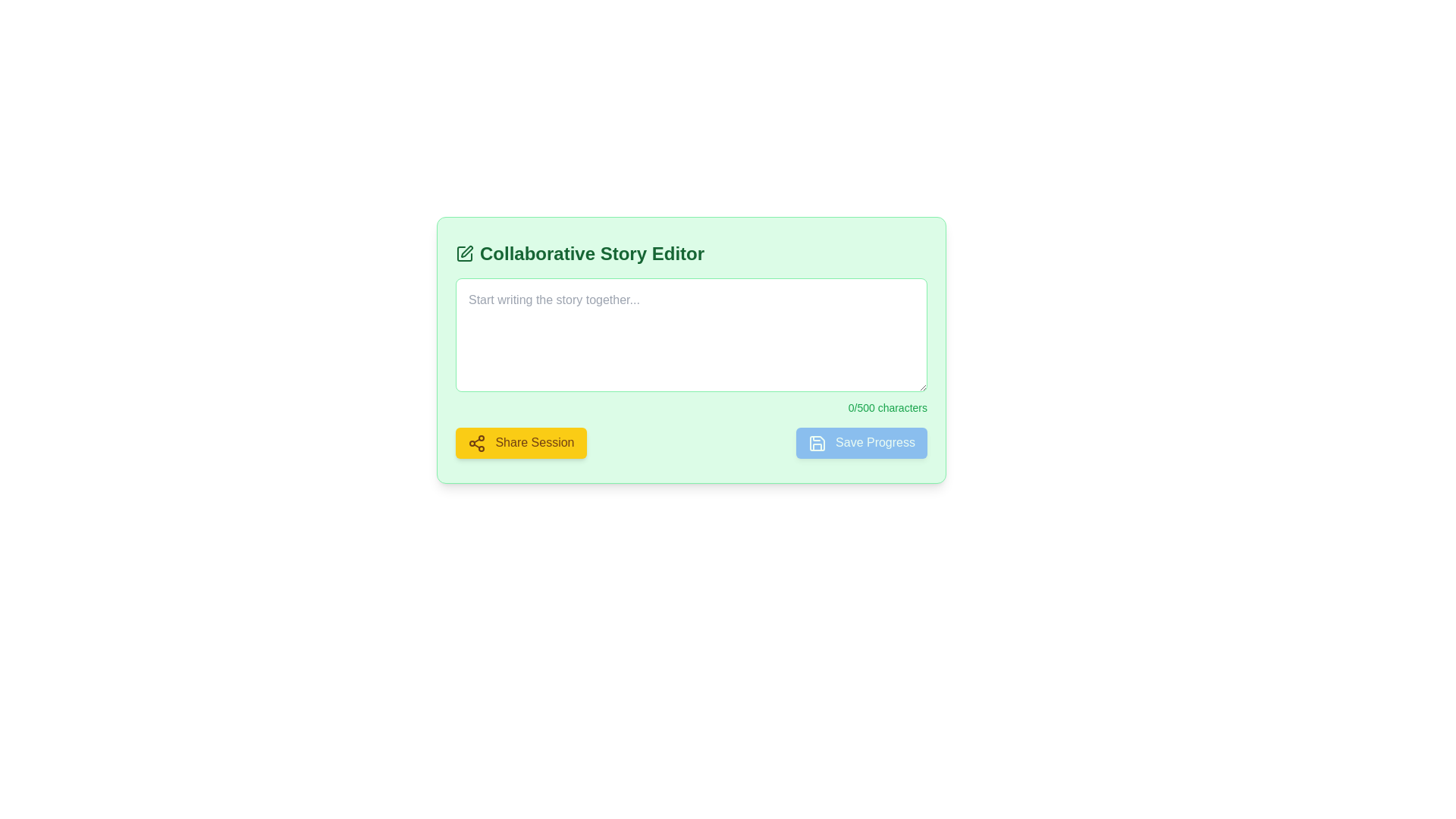 Image resolution: width=1456 pixels, height=819 pixels. I want to click on the 'Share Session' button, so click(521, 443).